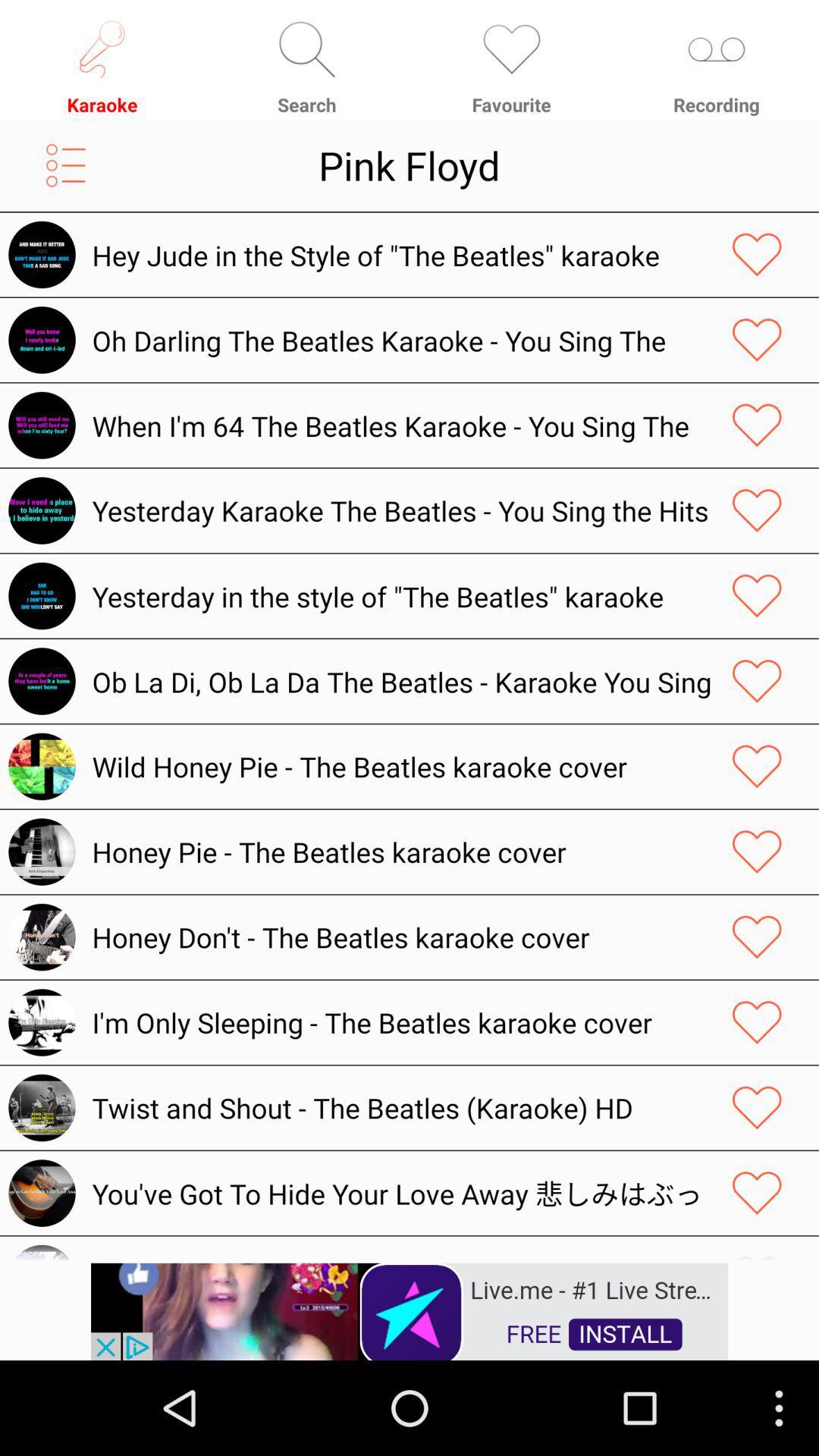 This screenshot has height=1456, width=819. What do you see at coordinates (757, 1192) in the screenshot?
I see `like this track` at bounding box center [757, 1192].